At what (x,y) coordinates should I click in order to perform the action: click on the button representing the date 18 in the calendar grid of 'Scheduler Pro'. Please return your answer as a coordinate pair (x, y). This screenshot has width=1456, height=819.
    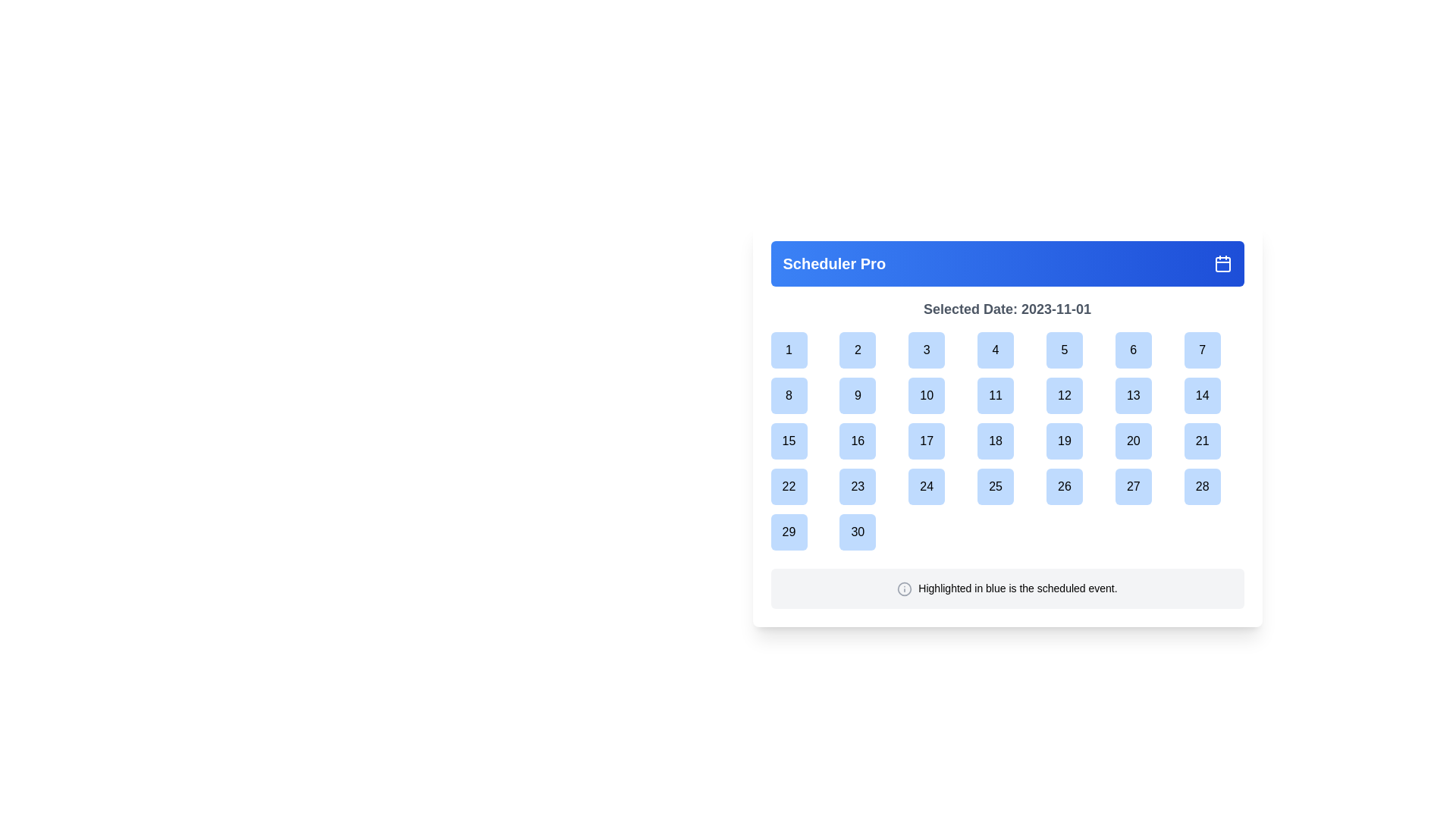
    Looking at the image, I should click on (1007, 425).